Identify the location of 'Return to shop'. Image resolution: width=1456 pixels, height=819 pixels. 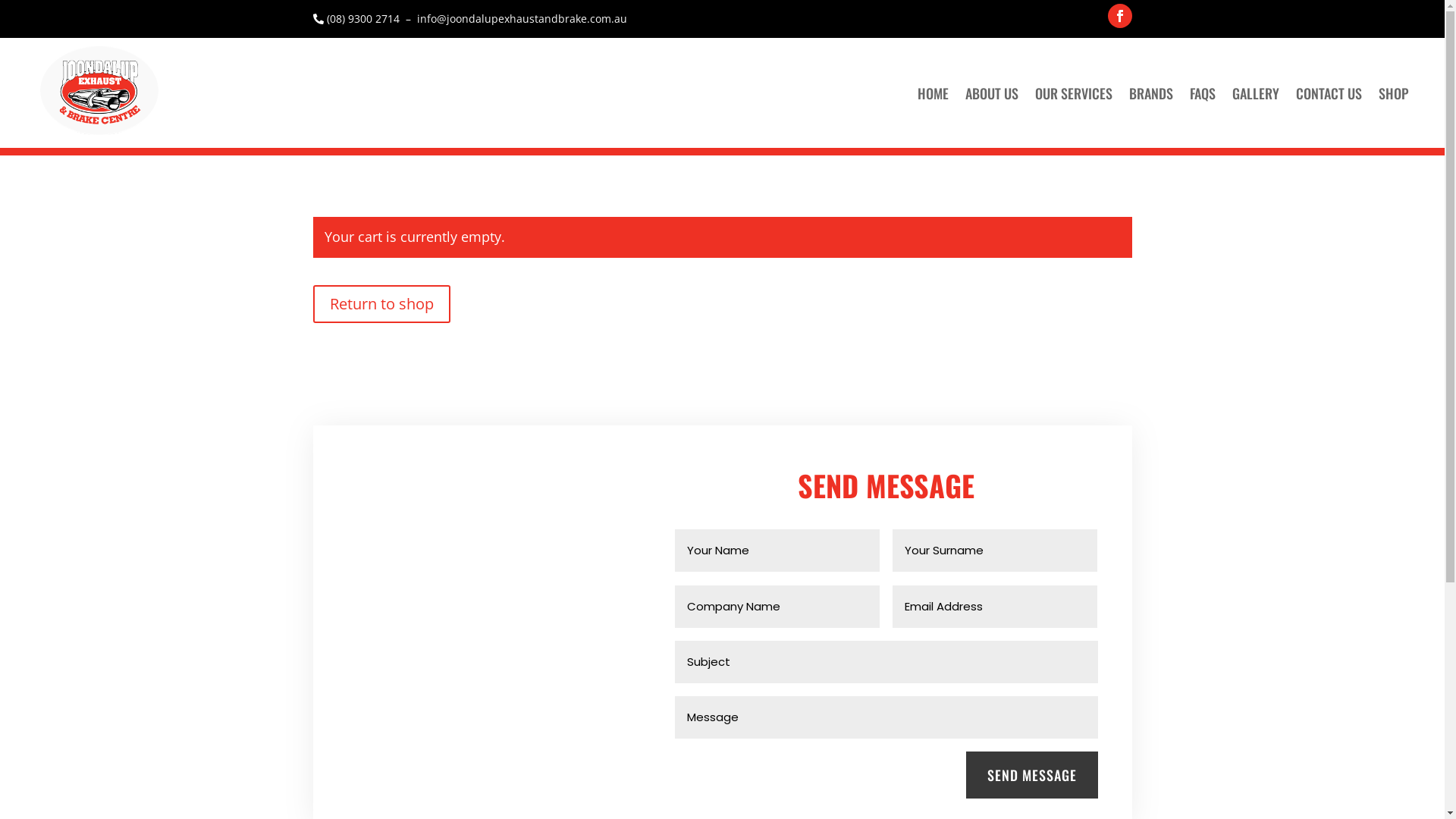
(381, 304).